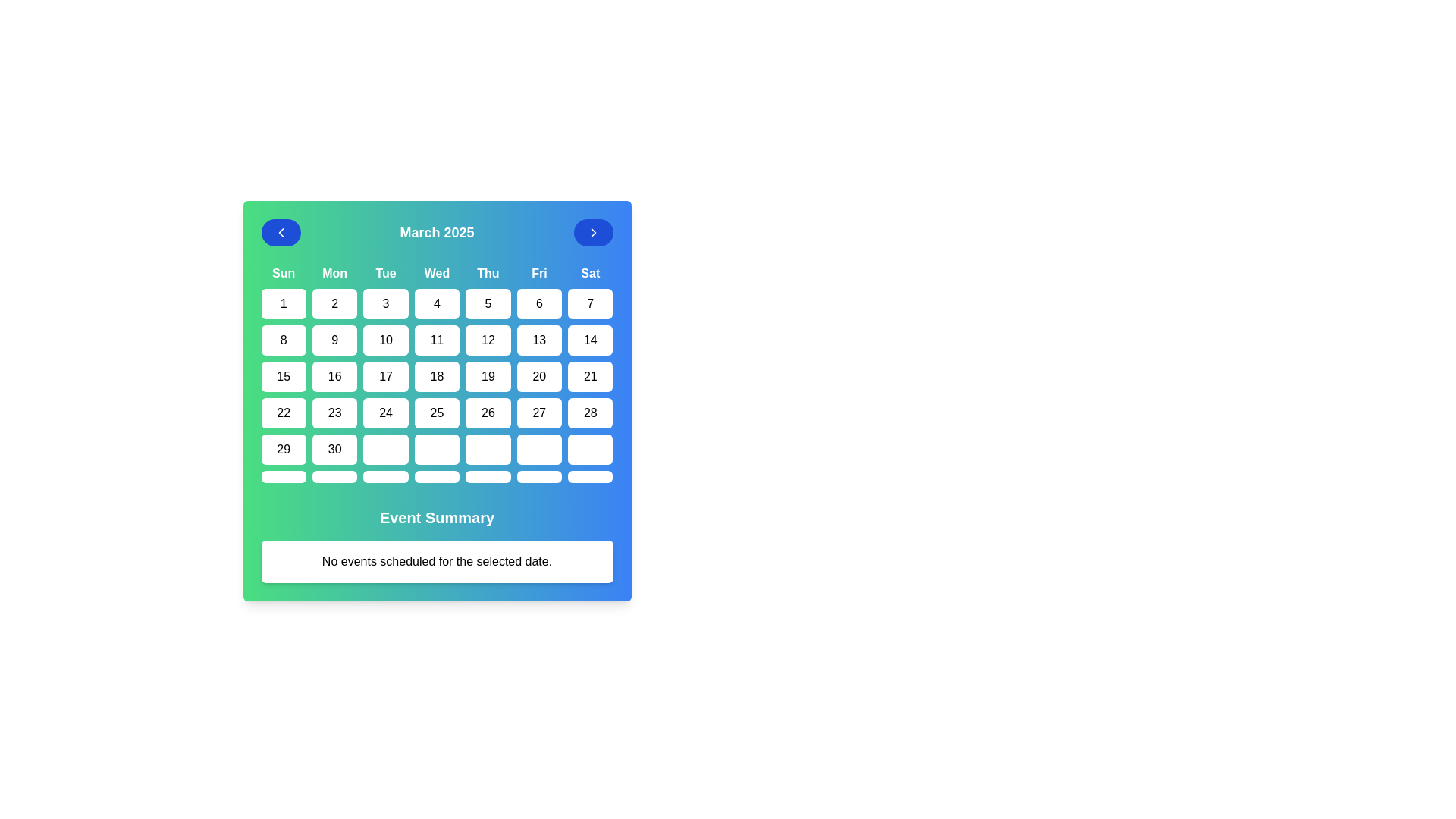 The width and height of the screenshot is (1456, 819). What do you see at coordinates (539, 304) in the screenshot?
I see `the button displaying the number '6' in the calendar grid under the 'Friday' column` at bounding box center [539, 304].